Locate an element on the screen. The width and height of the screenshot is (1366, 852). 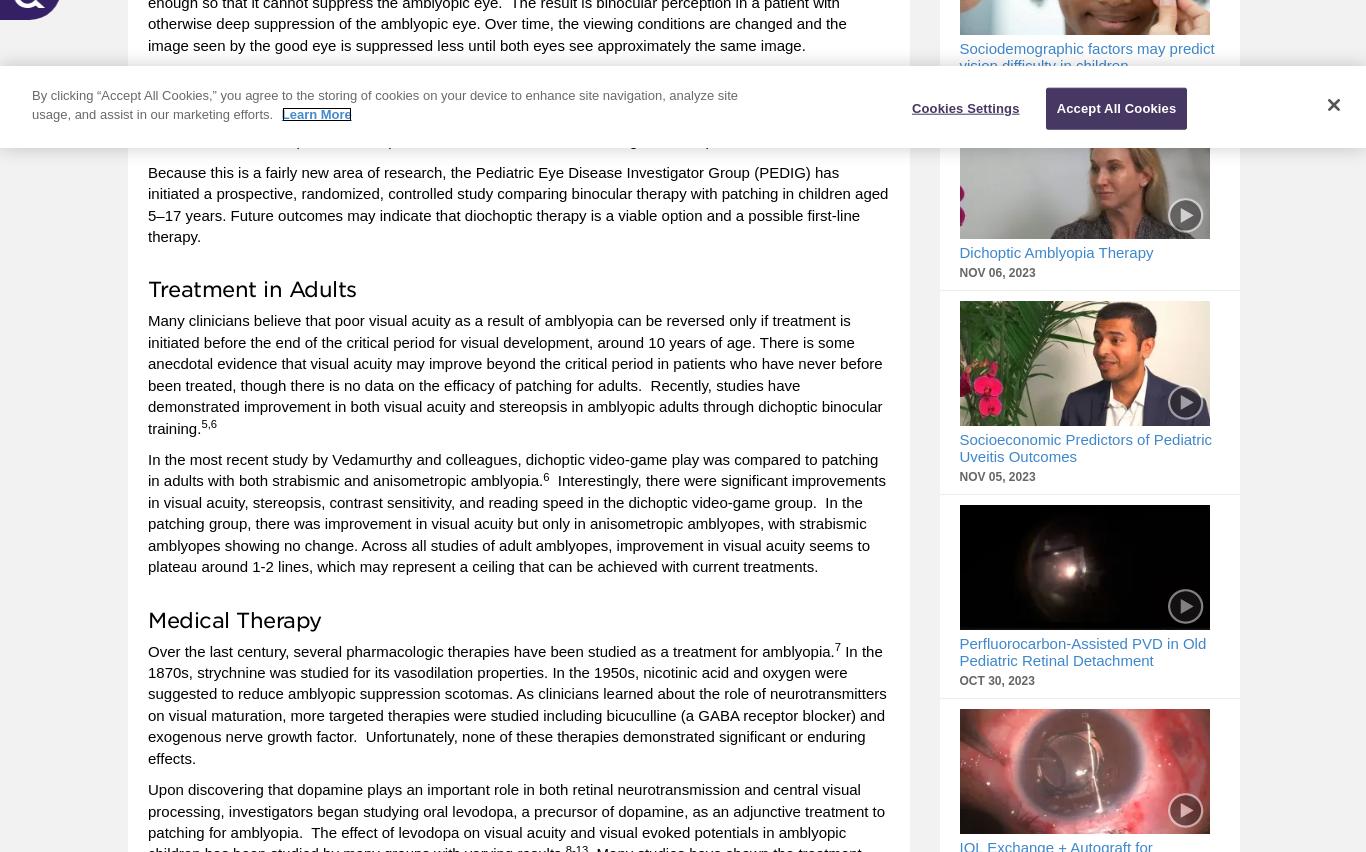
'5,6' is located at coordinates (207, 423).